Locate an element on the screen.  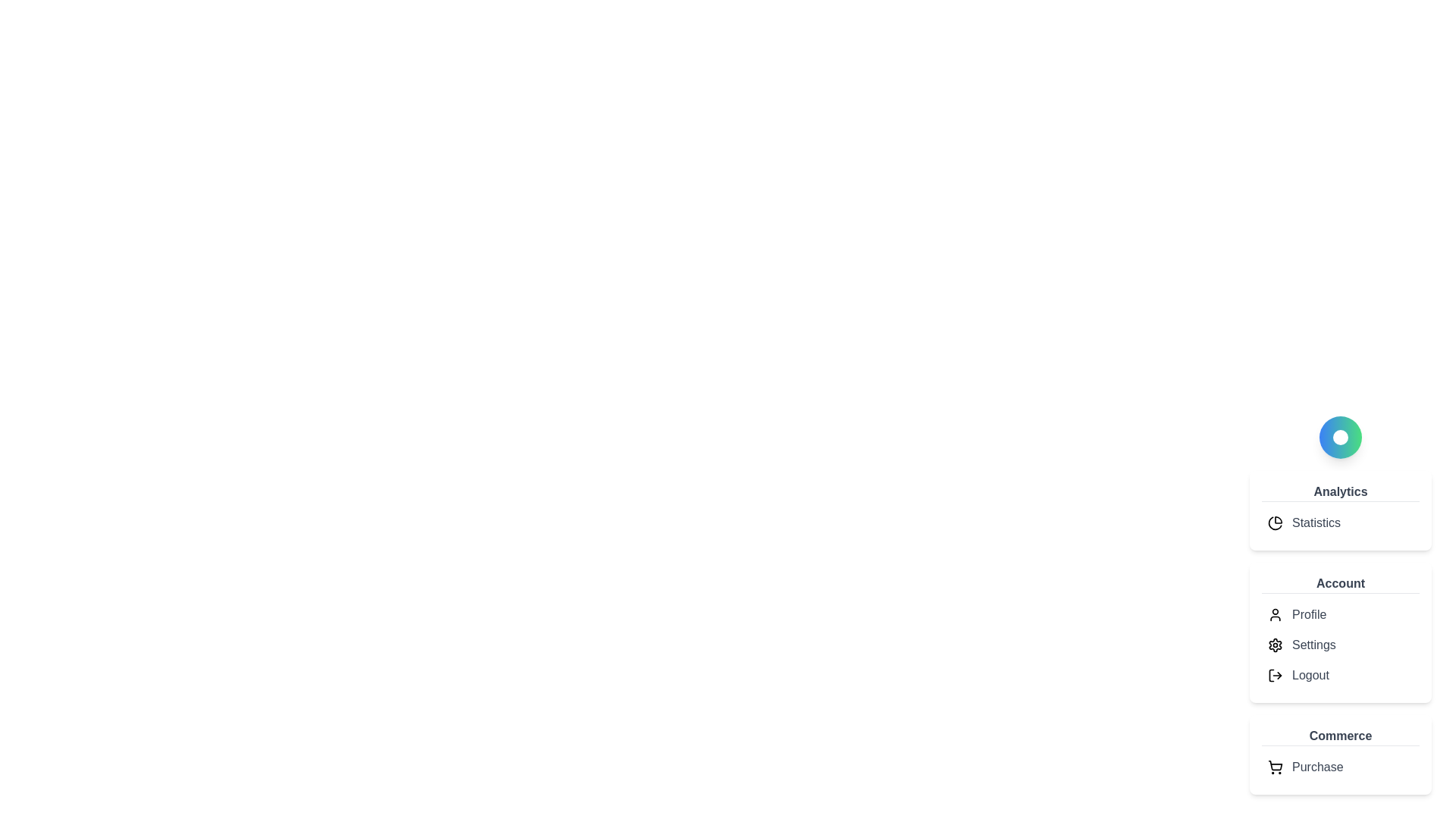
the circular button to toggle the speed dial menu visibility is located at coordinates (1340, 438).